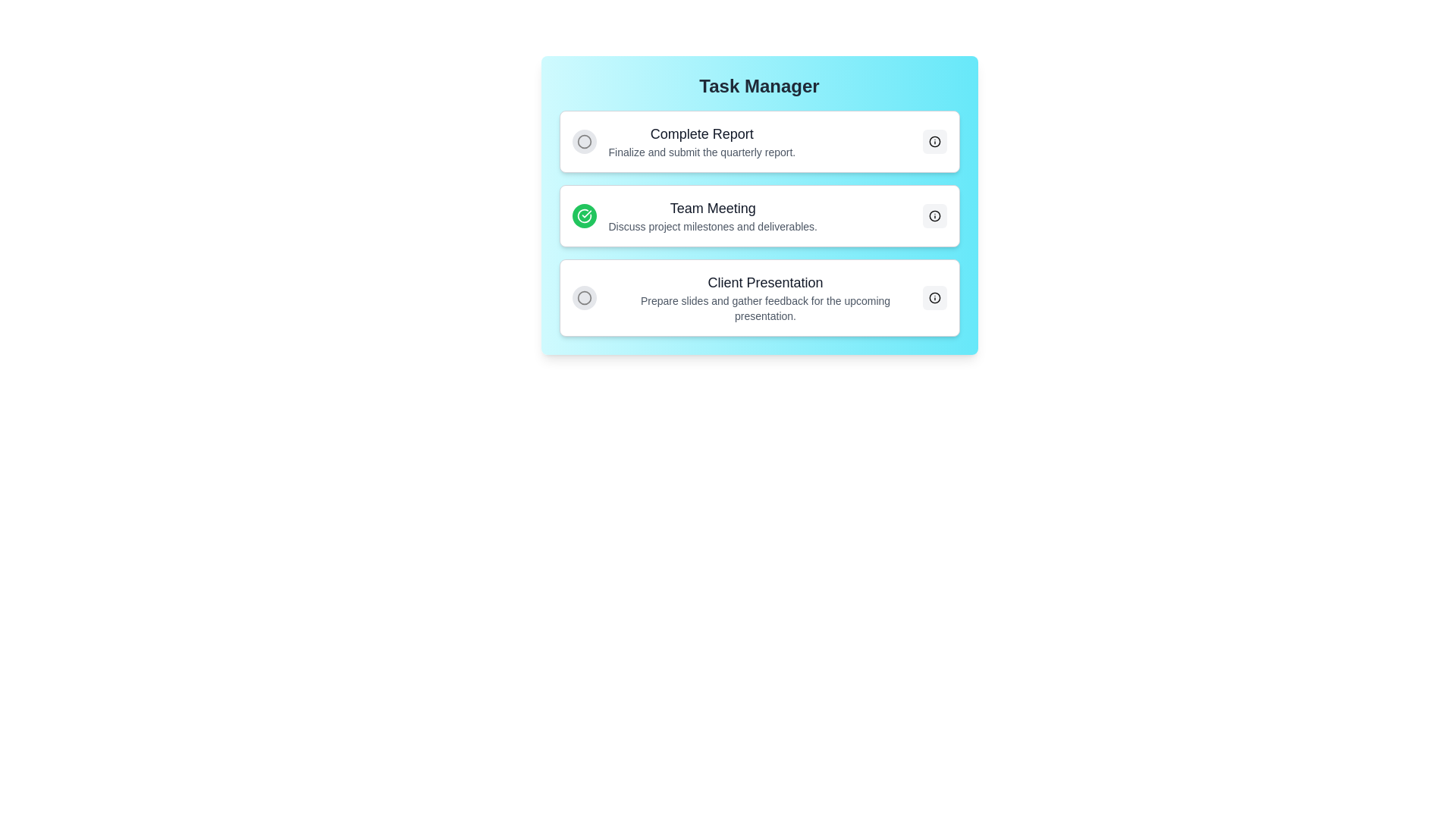 The height and width of the screenshot is (819, 1456). Describe the element at coordinates (759, 298) in the screenshot. I see `the Information card displaying details of the task labeled 'Client Presentation' located in the 'Task Manager' section` at that location.